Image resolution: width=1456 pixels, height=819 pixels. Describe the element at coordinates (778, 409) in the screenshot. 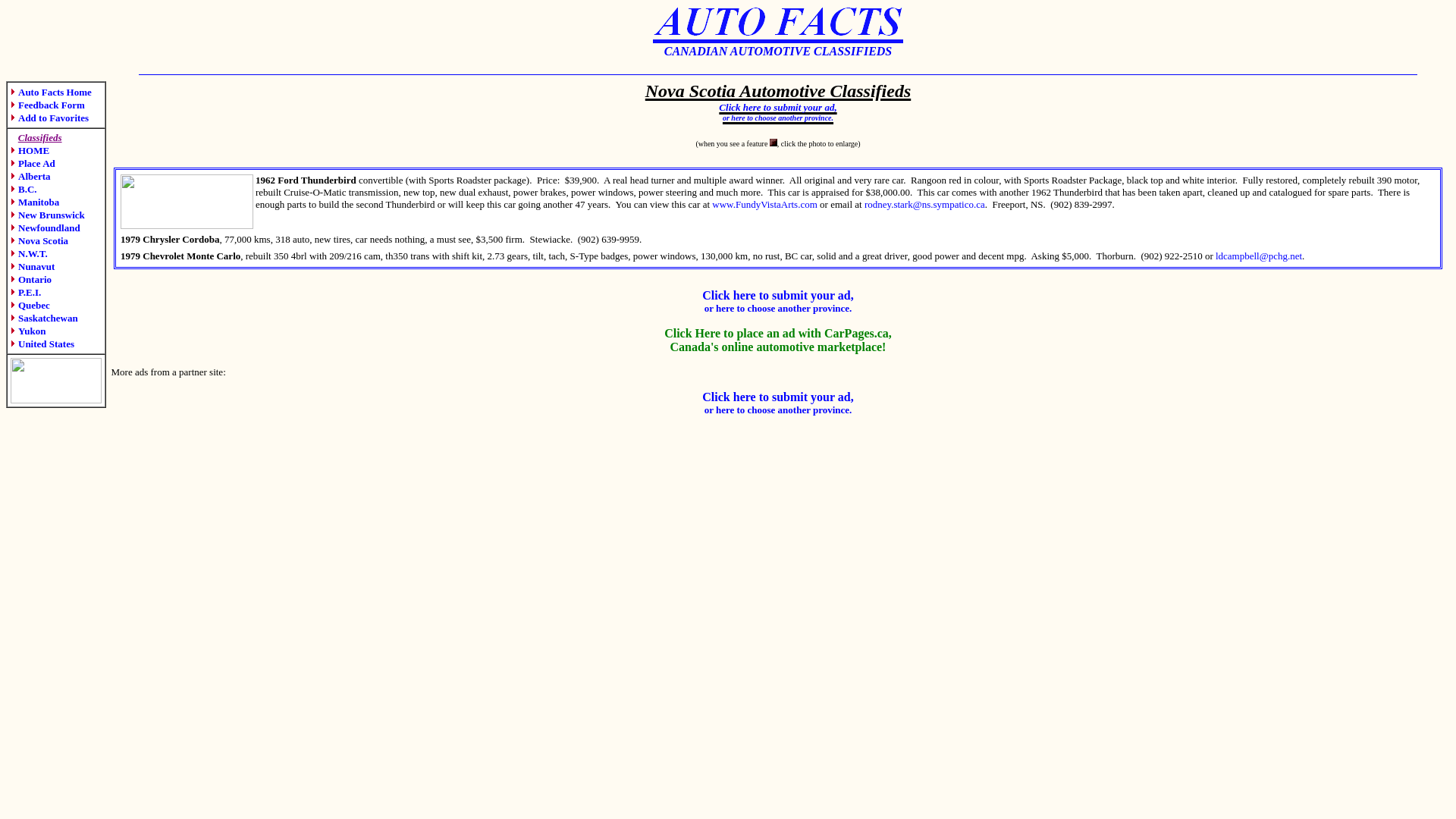

I see `'or here to choose another province.'` at that location.